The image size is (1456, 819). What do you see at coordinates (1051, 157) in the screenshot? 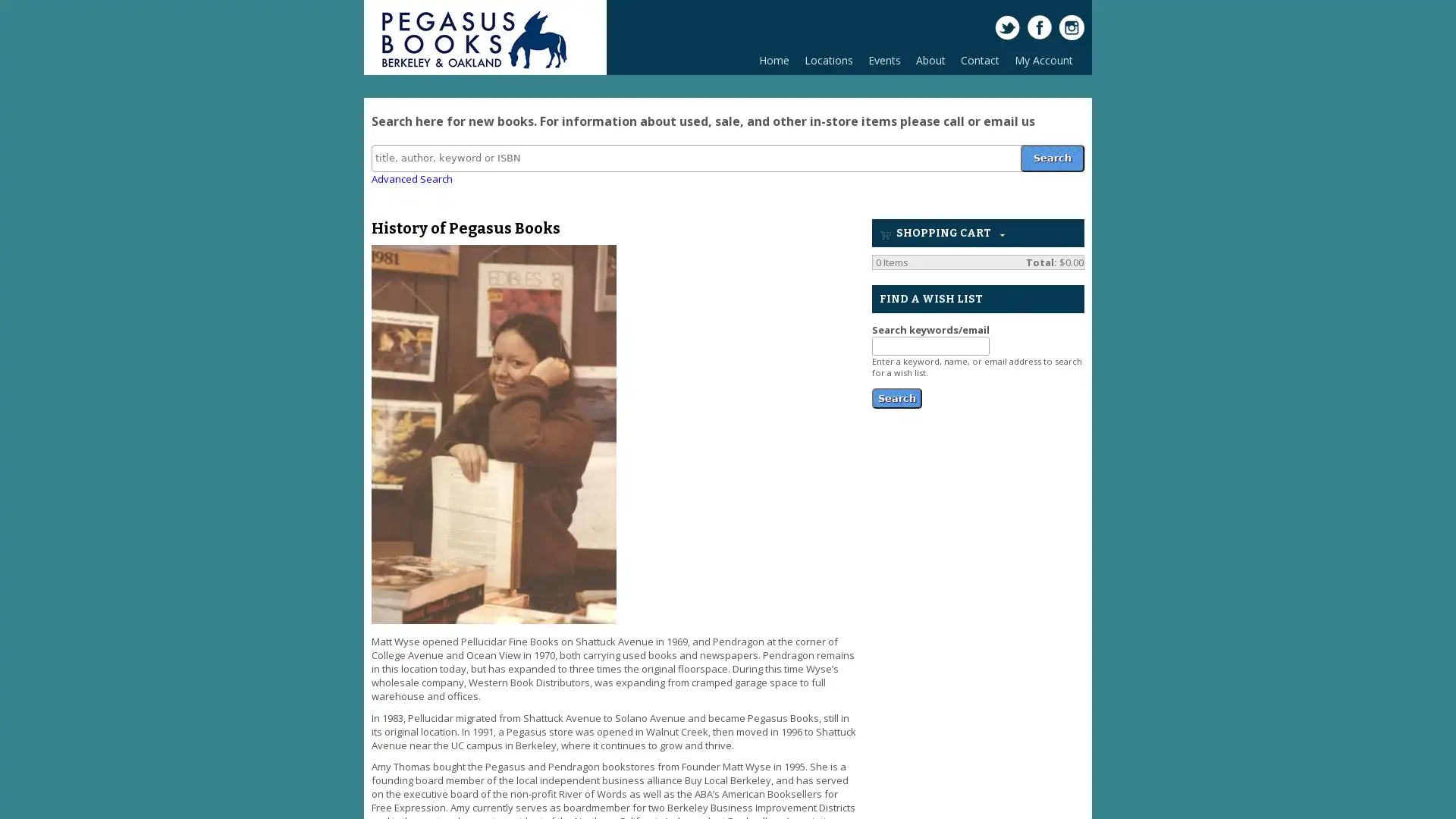
I see `Search` at bounding box center [1051, 157].